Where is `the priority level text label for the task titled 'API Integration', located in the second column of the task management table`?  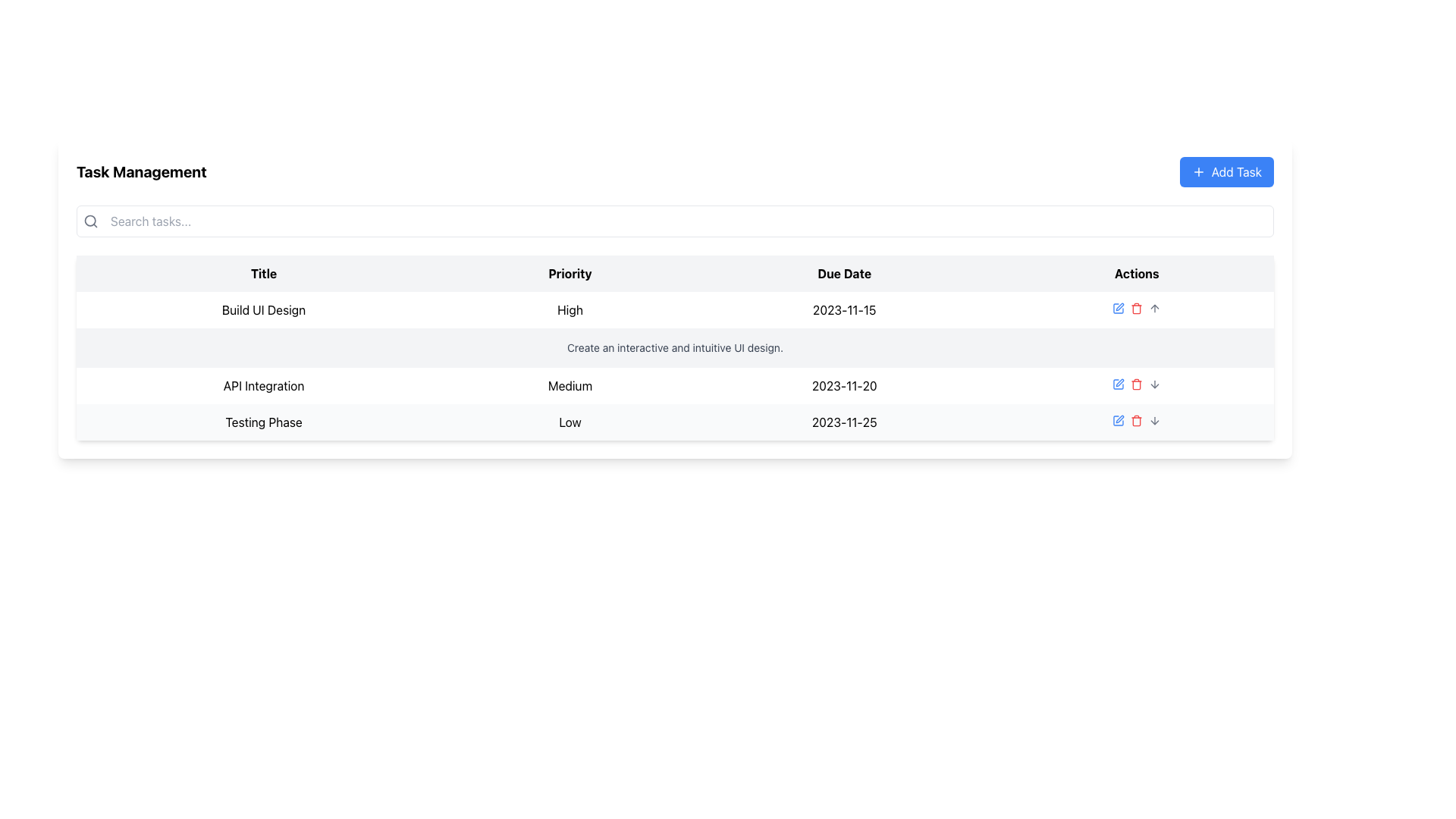
the priority level text label for the task titled 'API Integration', located in the second column of the task management table is located at coordinates (570, 385).